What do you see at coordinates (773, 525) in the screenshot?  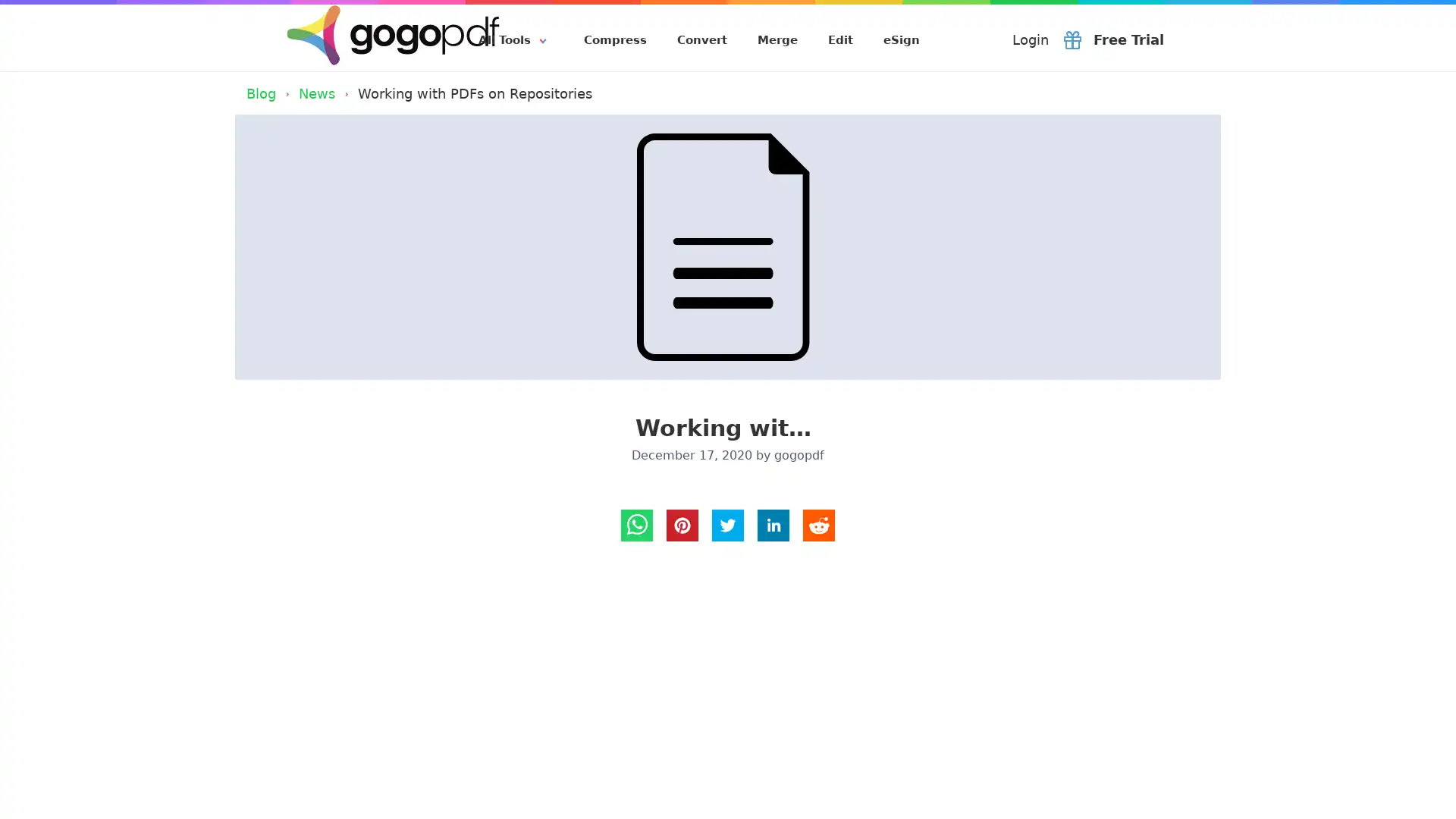 I see `LinkedIn` at bounding box center [773, 525].